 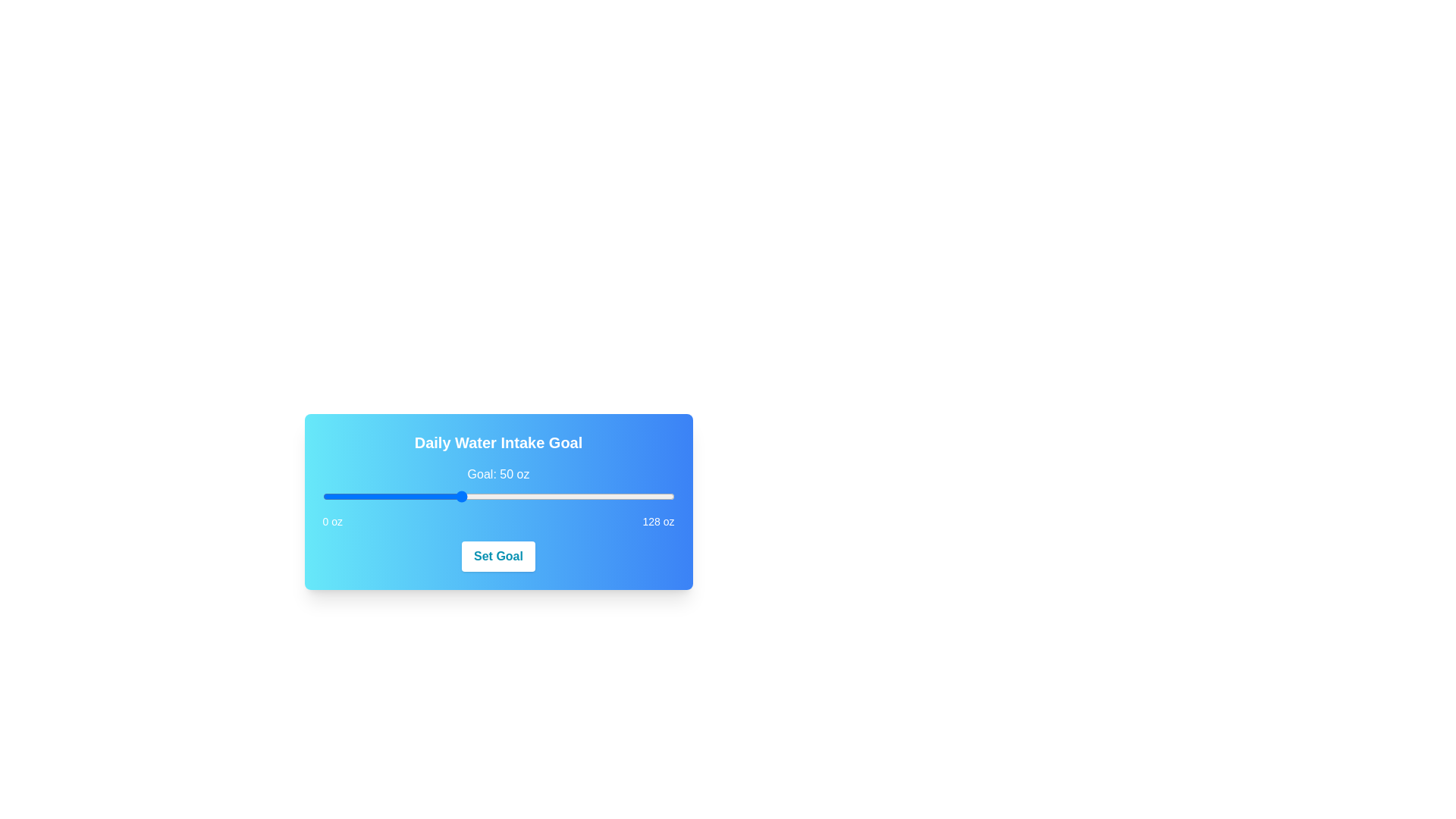 I want to click on the 'Set Goal' button, so click(x=498, y=556).